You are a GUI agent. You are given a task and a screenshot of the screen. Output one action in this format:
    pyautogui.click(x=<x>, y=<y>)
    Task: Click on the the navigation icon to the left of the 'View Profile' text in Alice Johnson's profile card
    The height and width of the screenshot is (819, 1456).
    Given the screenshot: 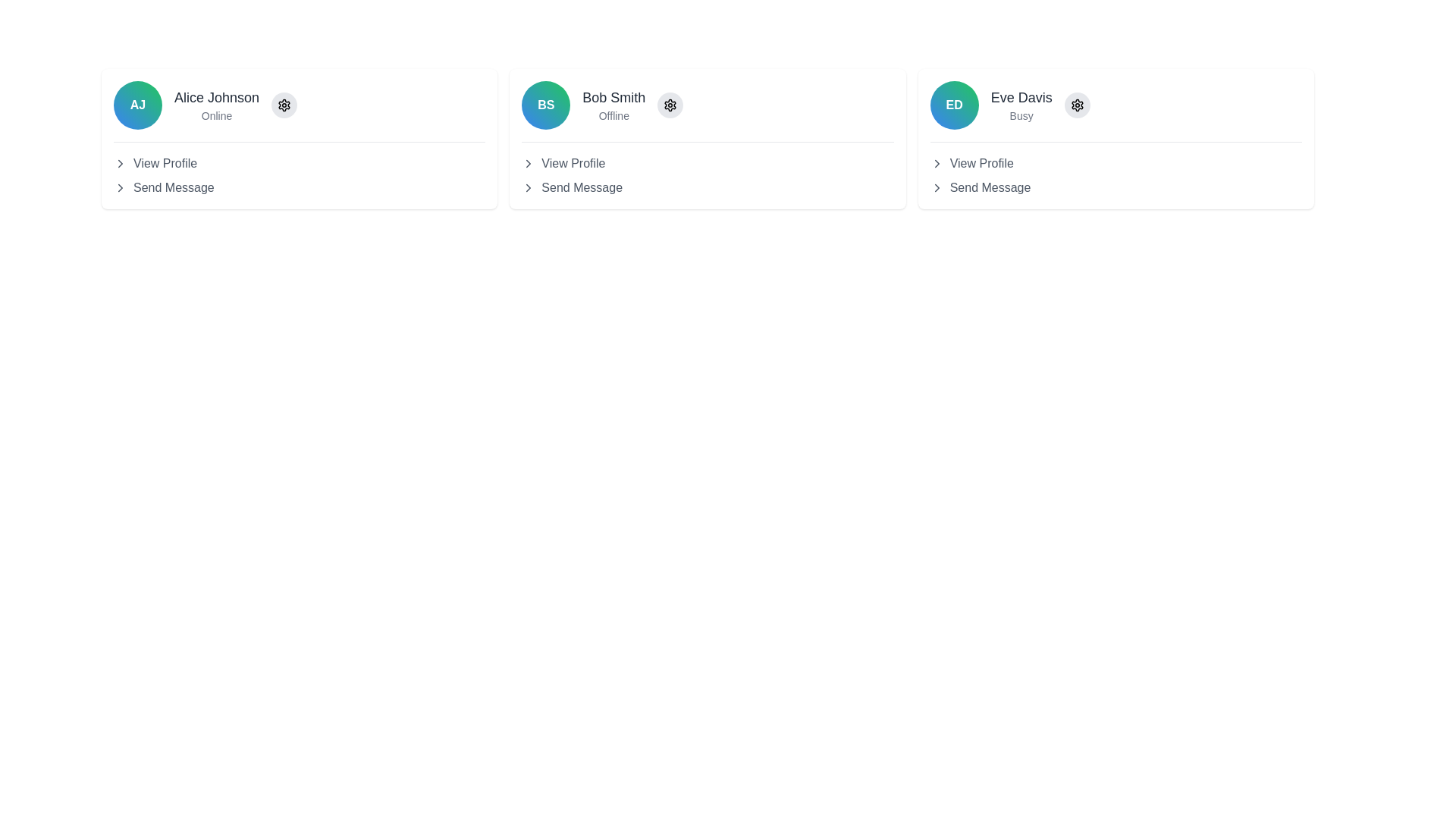 What is the action you would take?
    pyautogui.click(x=119, y=164)
    